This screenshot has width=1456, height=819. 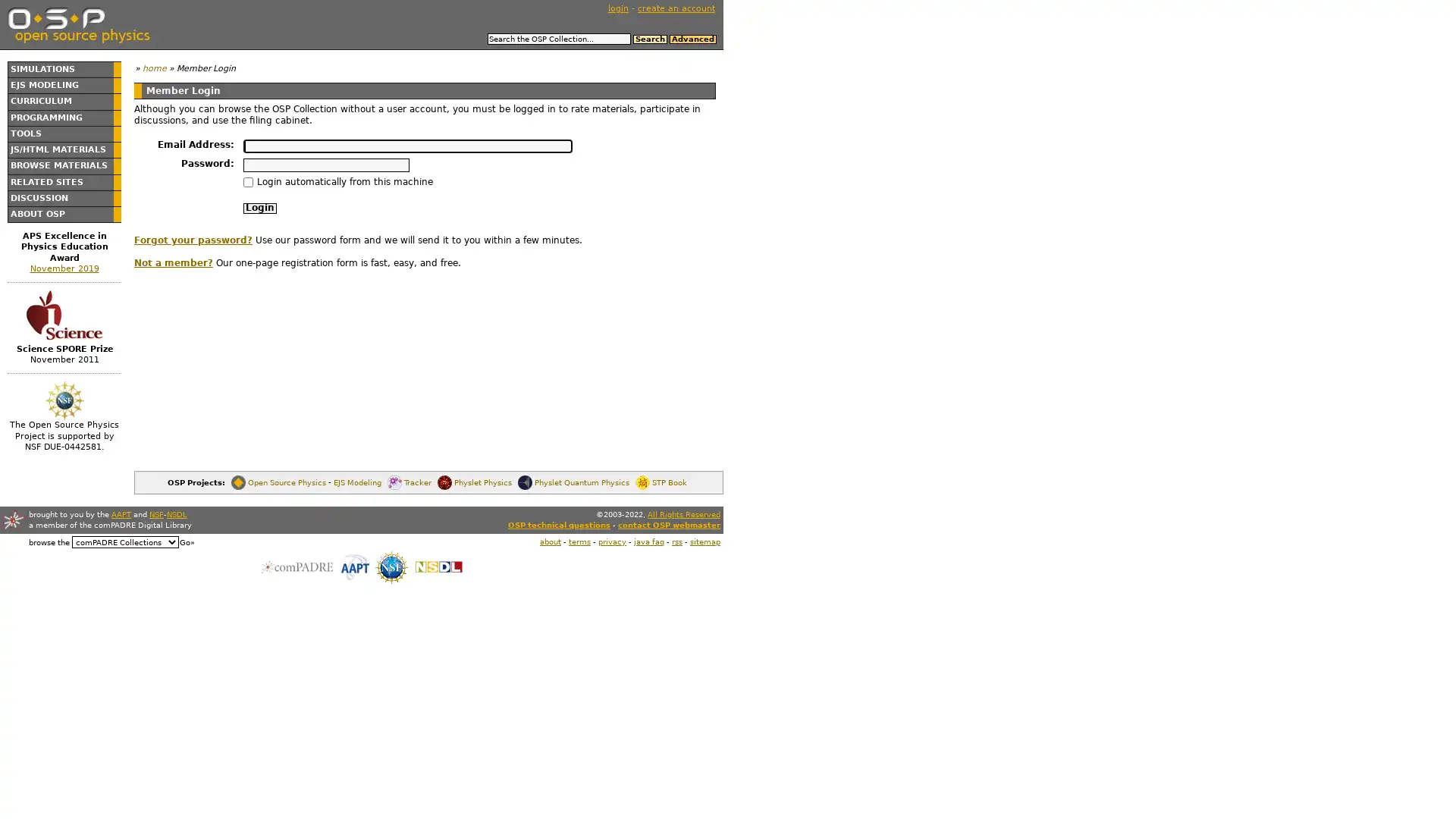 I want to click on Go, so click(x=186, y=541).